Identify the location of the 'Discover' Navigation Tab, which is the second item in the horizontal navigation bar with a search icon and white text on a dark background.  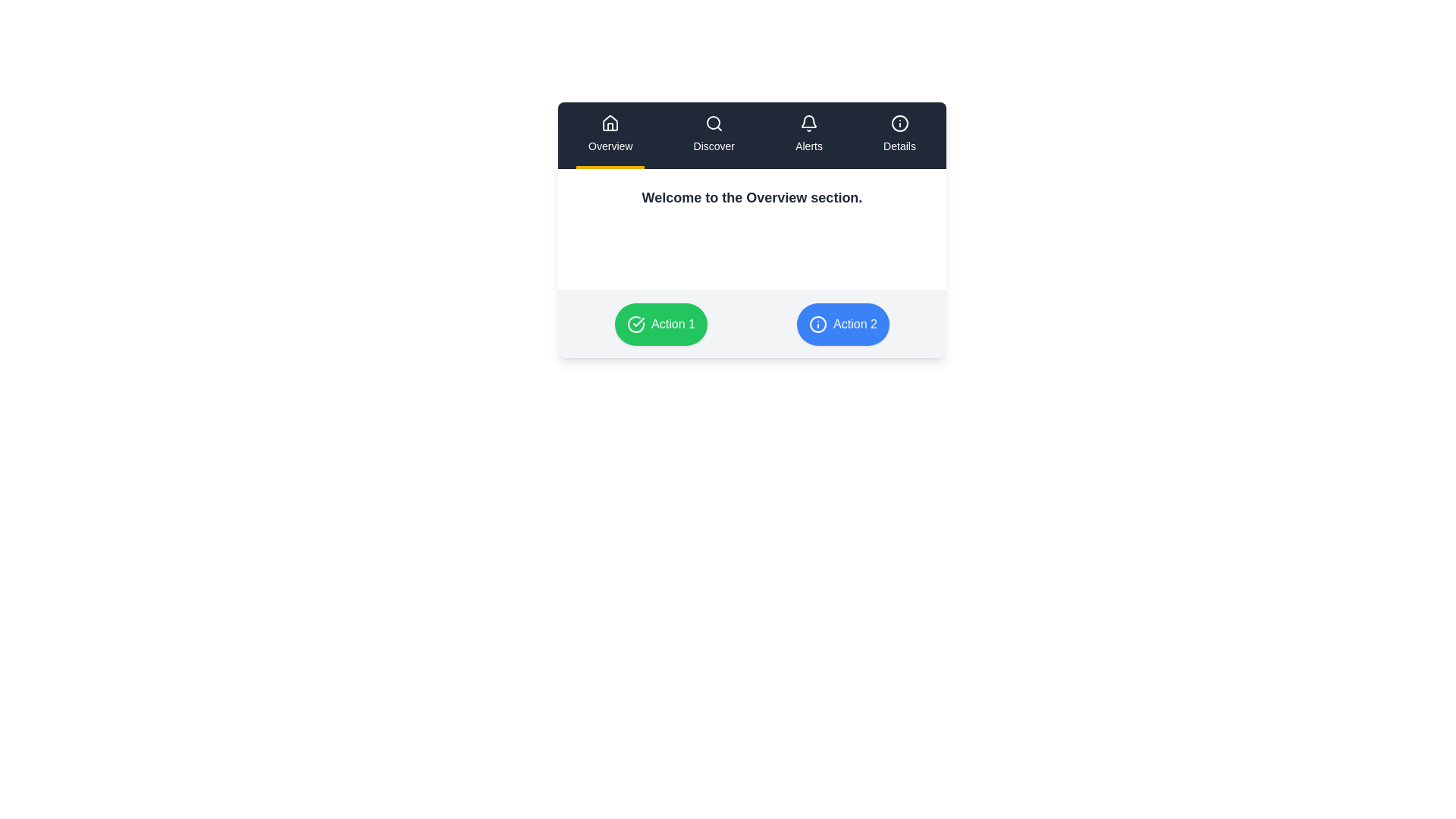
(713, 134).